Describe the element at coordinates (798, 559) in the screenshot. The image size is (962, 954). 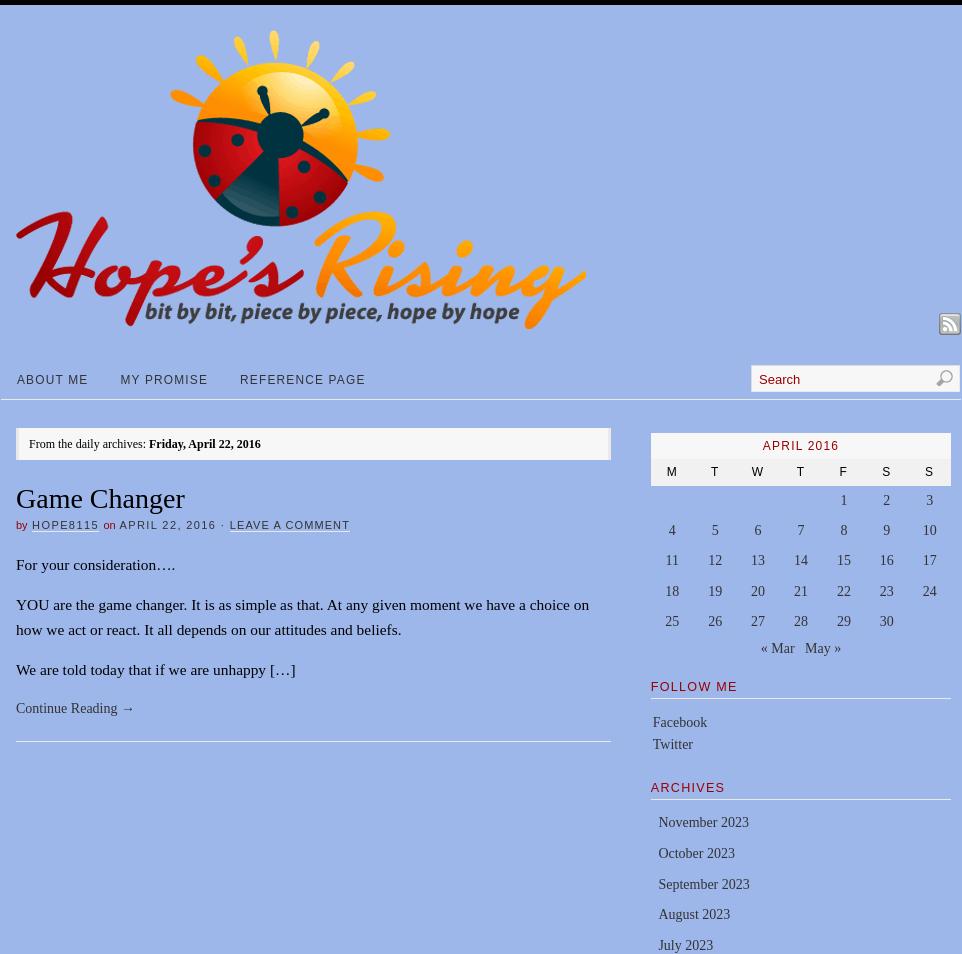
I see `'14'` at that location.